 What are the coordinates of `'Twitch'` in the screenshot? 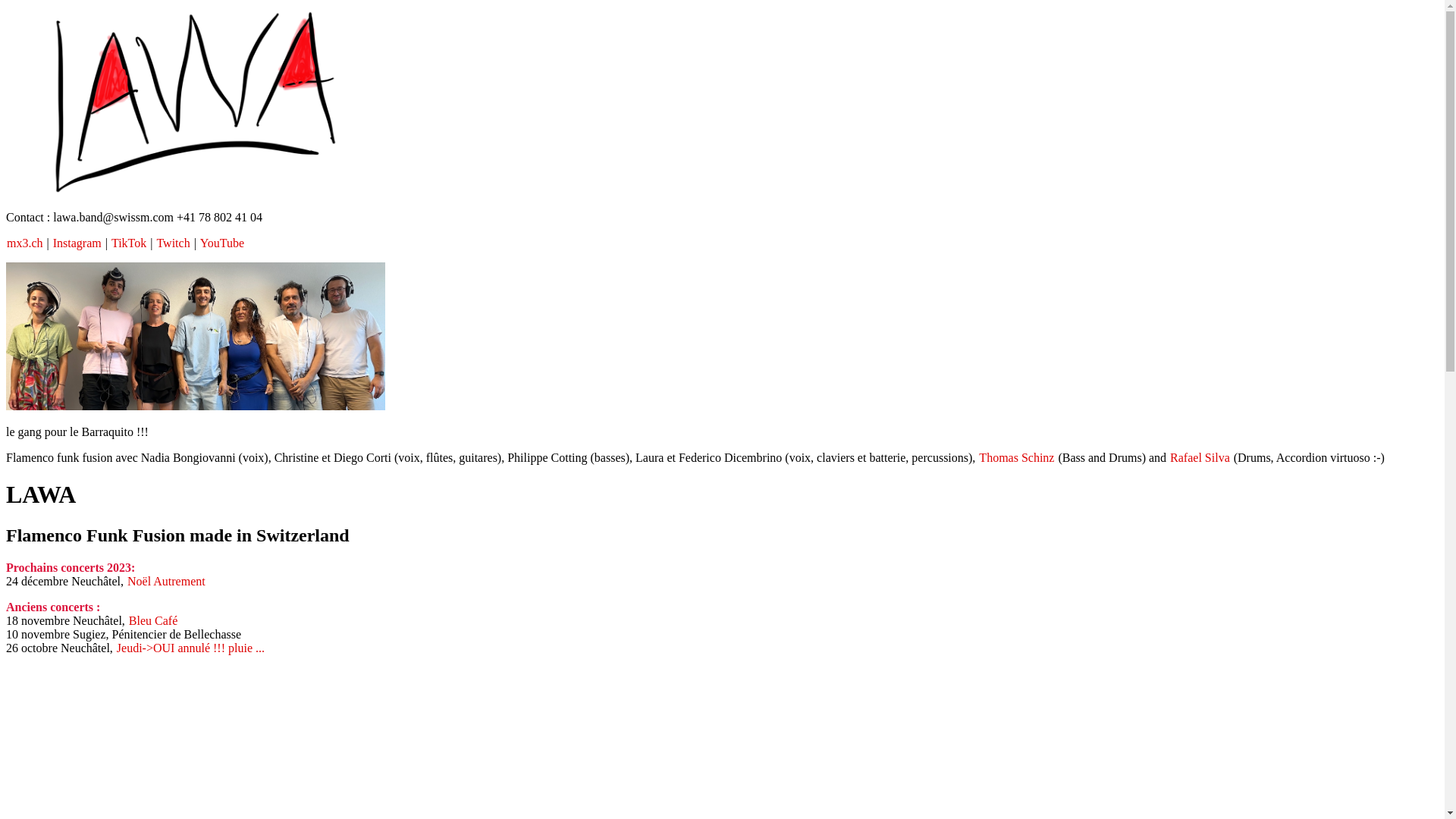 It's located at (172, 241).